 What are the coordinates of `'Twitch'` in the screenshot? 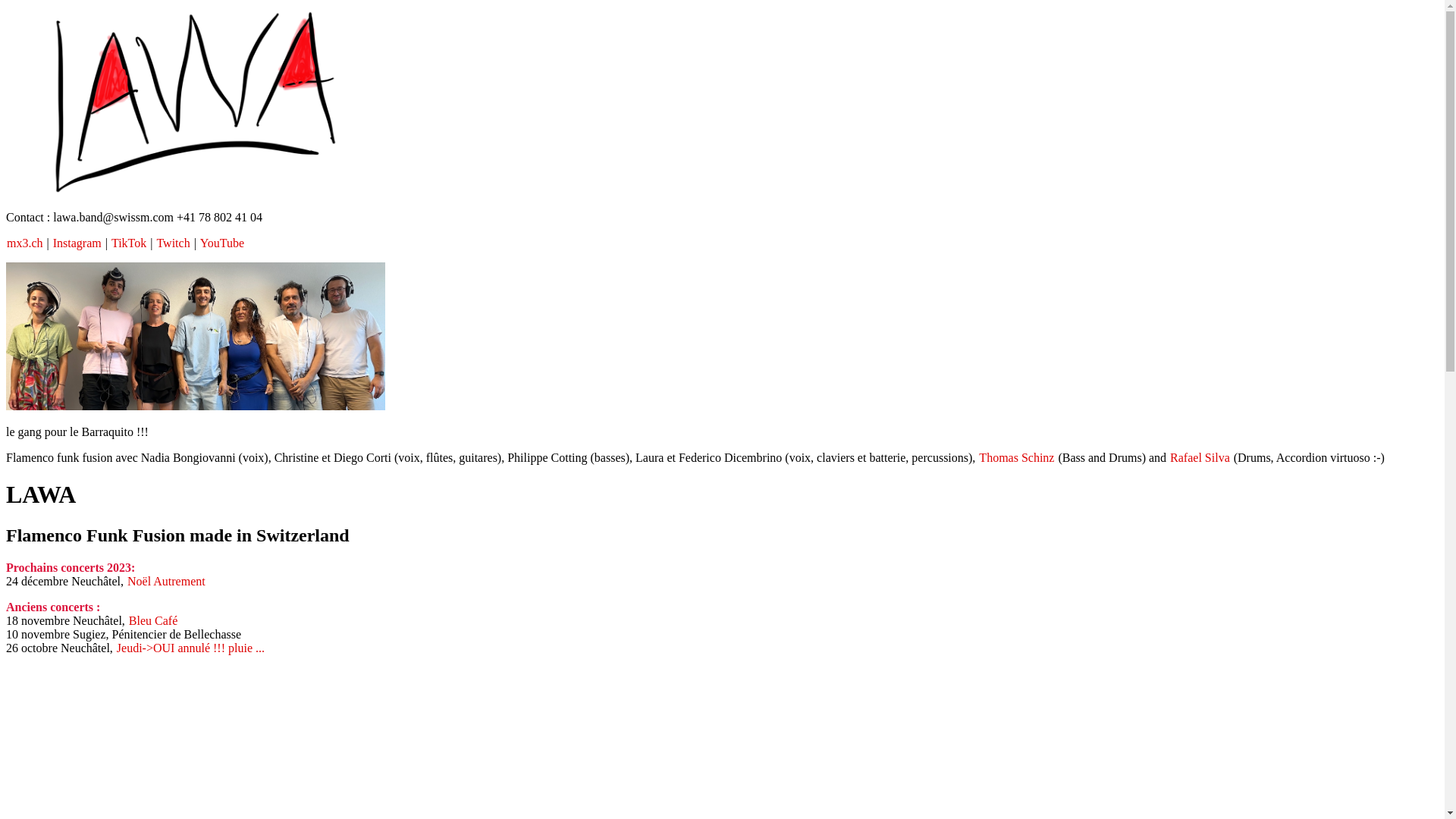 It's located at (172, 241).